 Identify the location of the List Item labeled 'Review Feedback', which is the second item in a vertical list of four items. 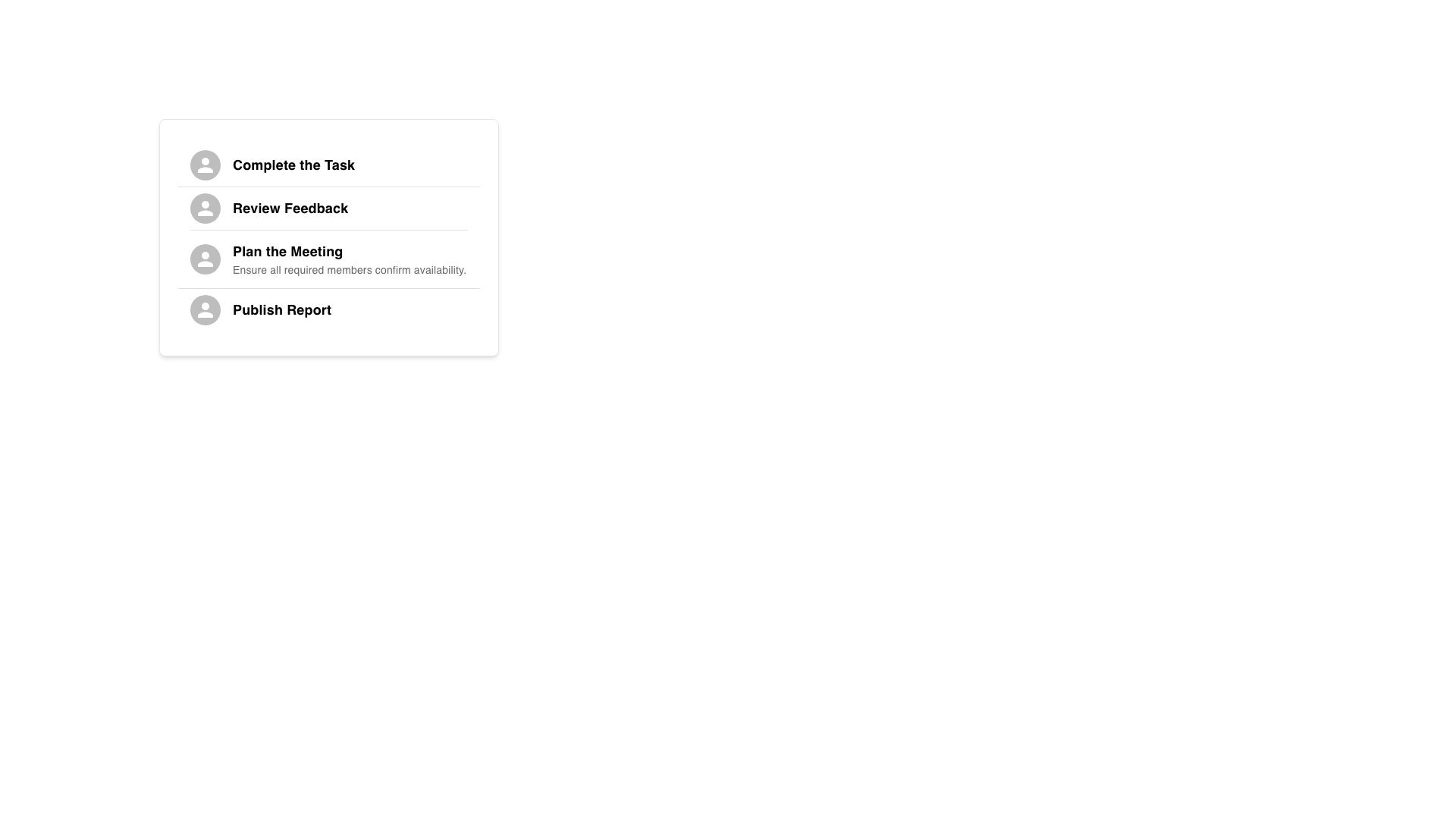
(328, 208).